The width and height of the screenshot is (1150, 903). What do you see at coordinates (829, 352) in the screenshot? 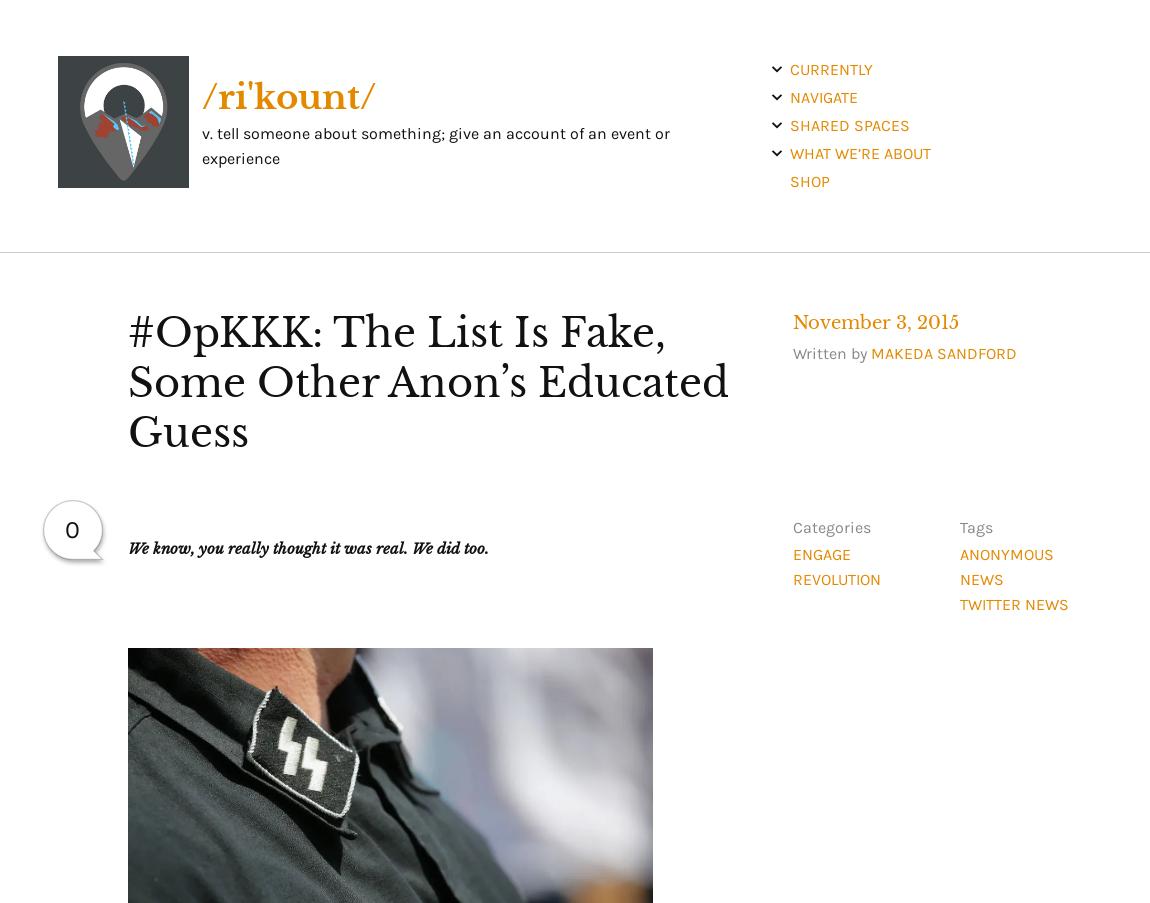
I see `'Written by'` at bounding box center [829, 352].